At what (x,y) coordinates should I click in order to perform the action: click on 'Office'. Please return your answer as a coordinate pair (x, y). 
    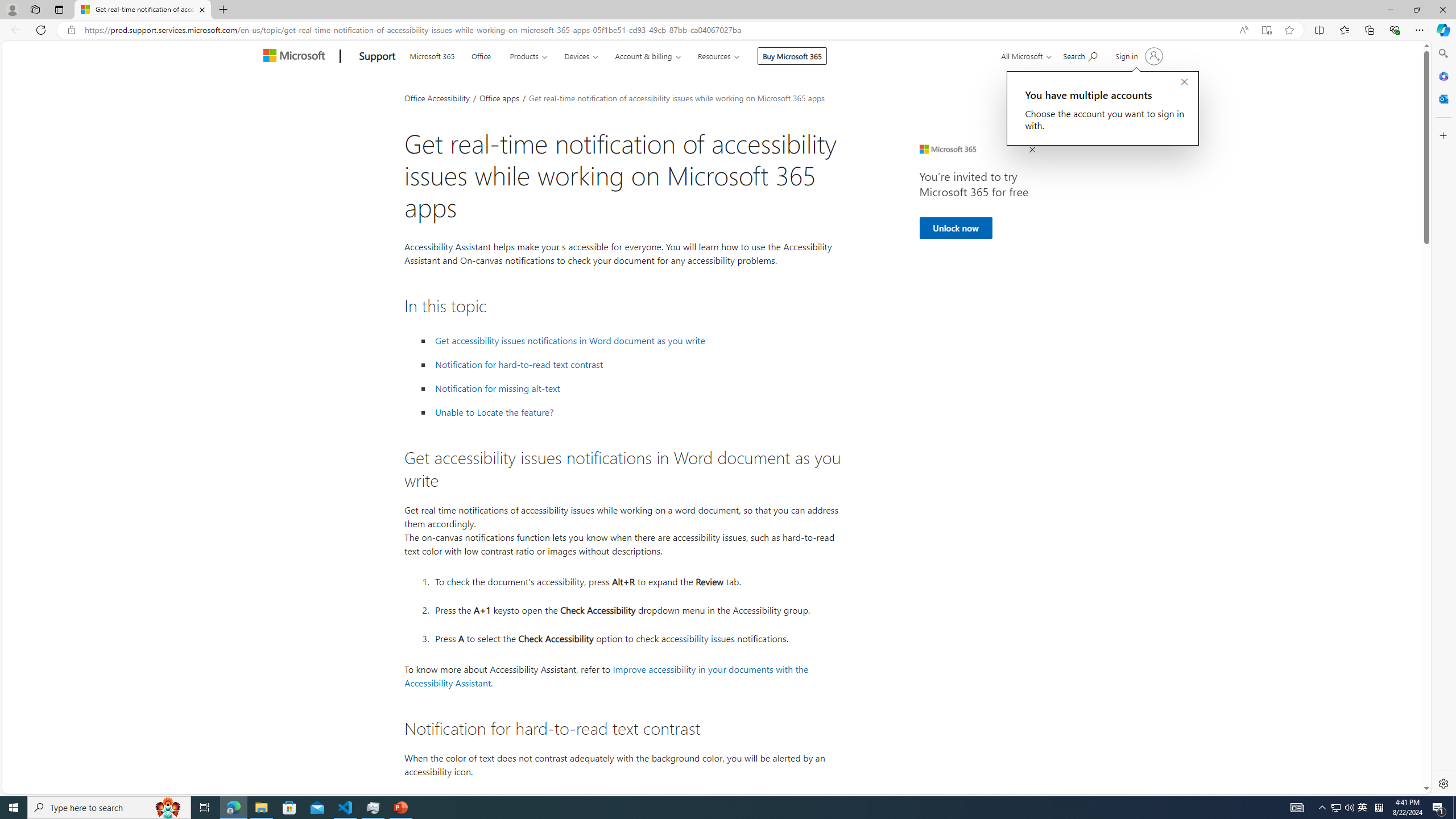
    Looking at the image, I should click on (481, 54).